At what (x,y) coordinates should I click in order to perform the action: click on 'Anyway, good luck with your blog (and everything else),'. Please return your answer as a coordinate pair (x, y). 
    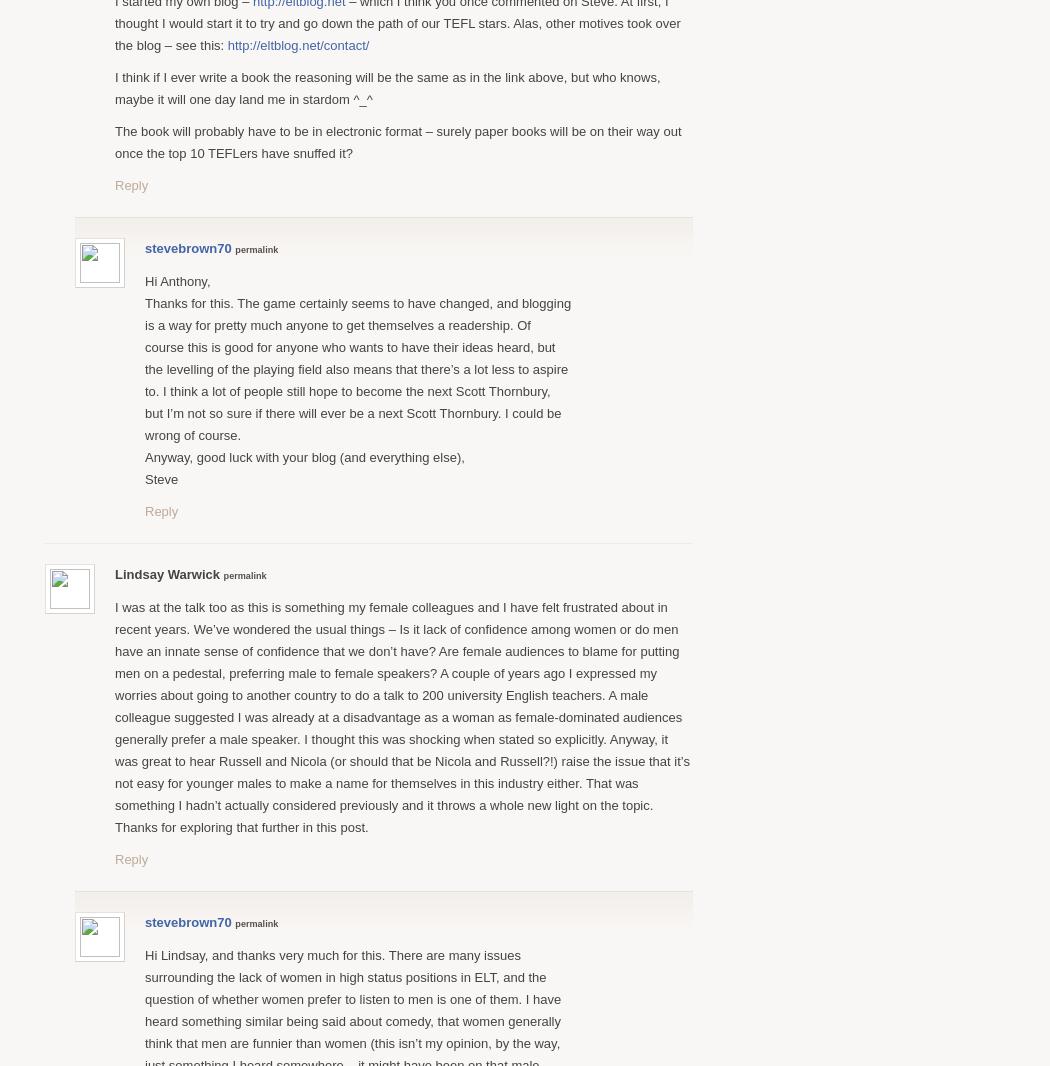
    Looking at the image, I should click on (304, 456).